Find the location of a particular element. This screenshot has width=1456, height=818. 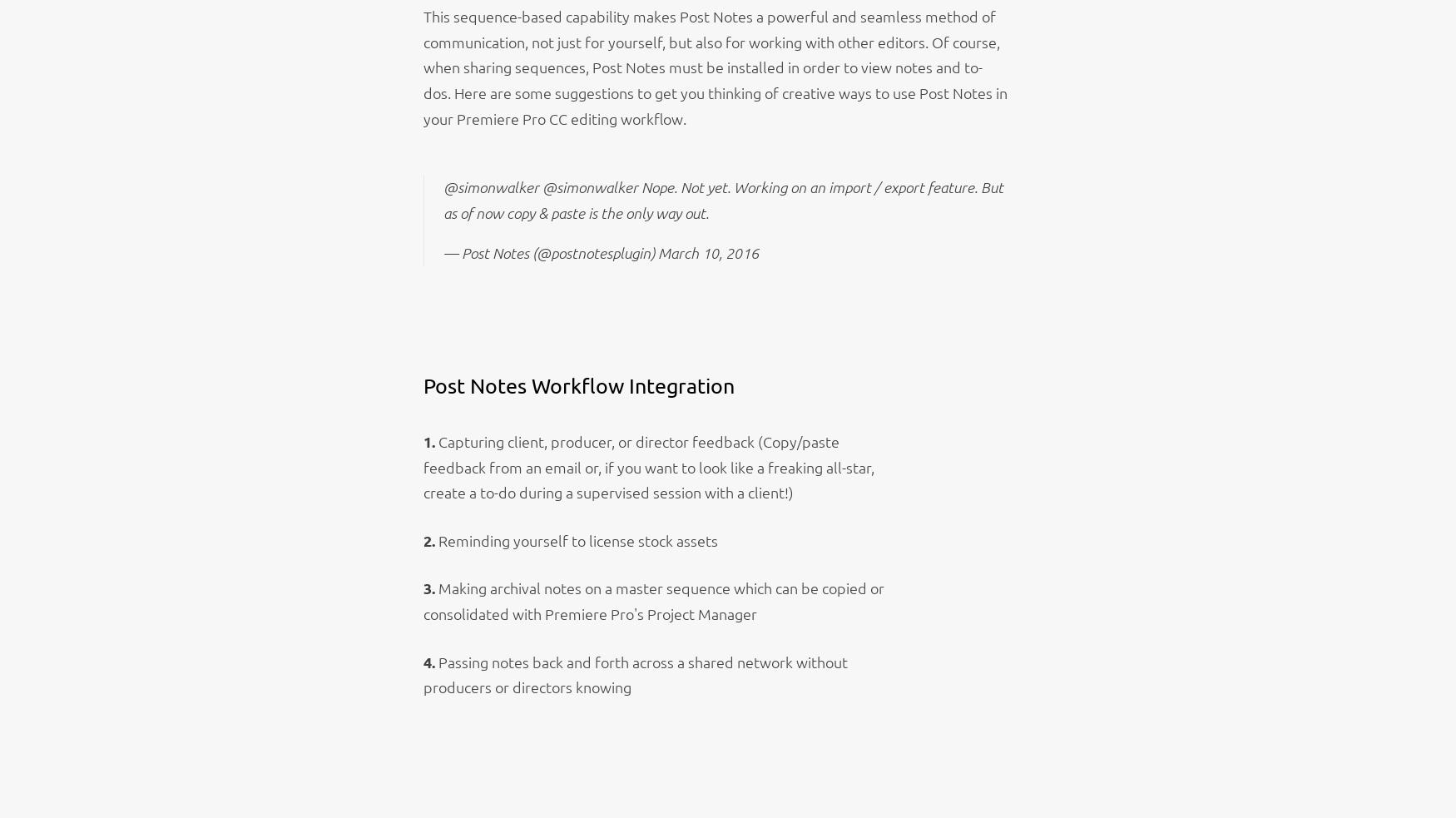

'2.' is located at coordinates (428, 539).